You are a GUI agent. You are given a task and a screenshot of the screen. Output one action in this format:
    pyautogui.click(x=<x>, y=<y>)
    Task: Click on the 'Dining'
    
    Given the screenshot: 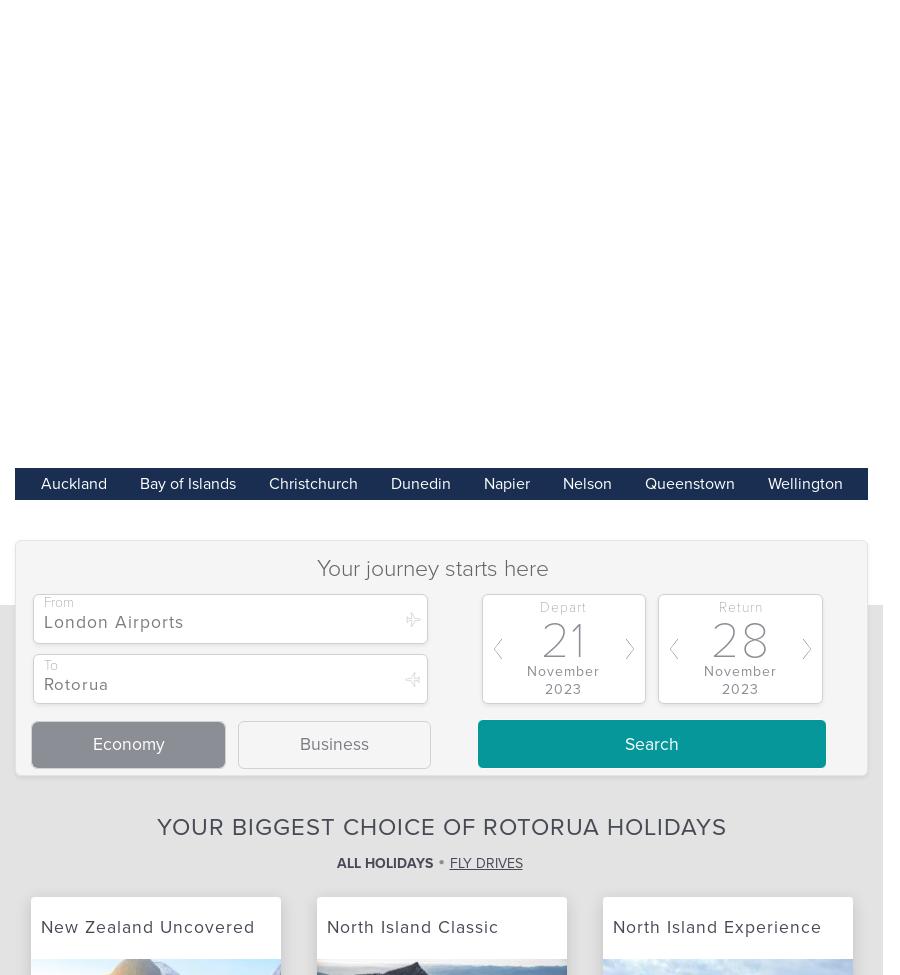 What is the action you would take?
    pyautogui.click(x=213, y=911)
    